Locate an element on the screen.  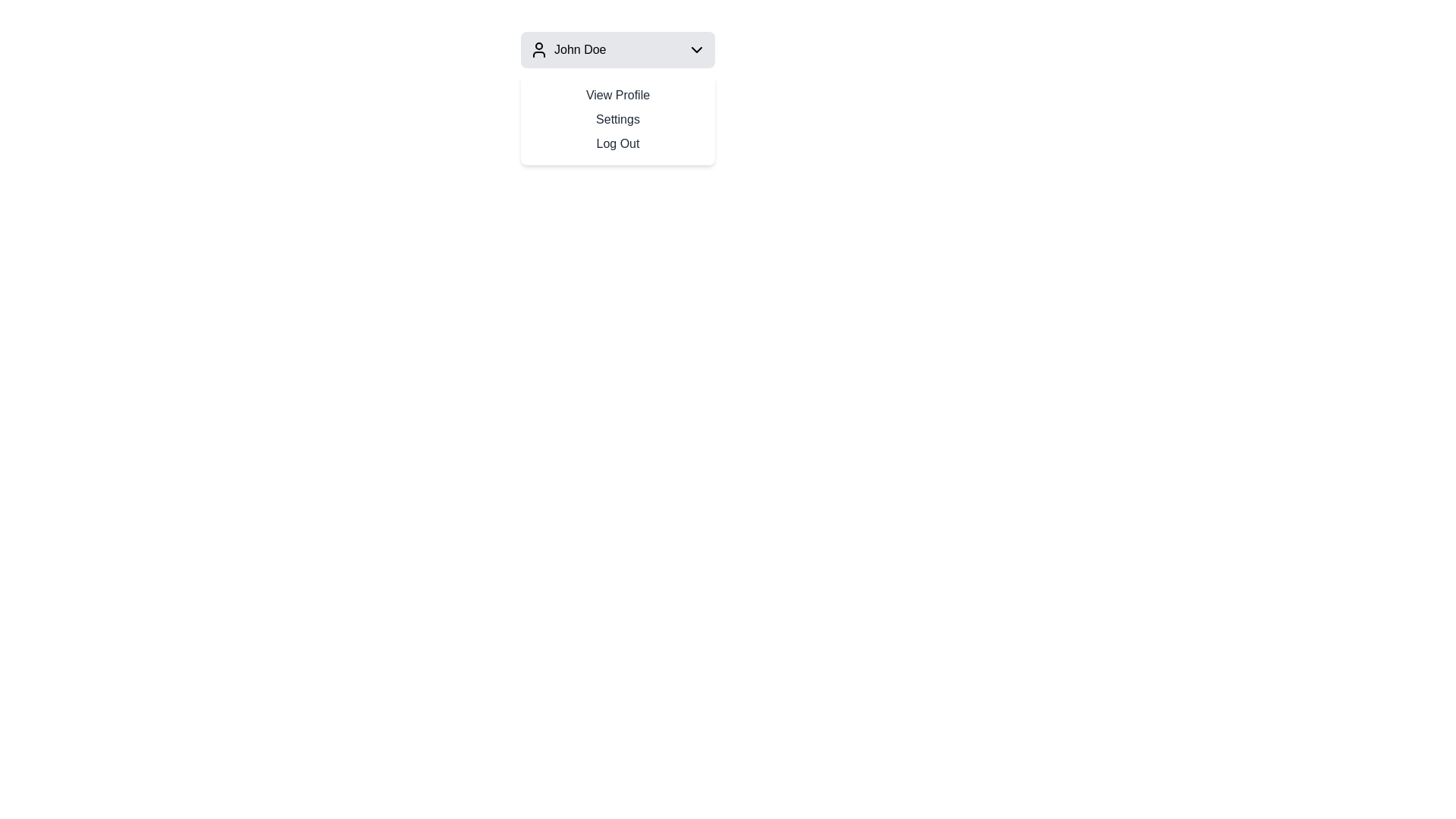
the 'Log Out' text label in the dropdown menu, which is styled with a gray font on a white background and located below 'View Profile' and 'Settings.' is located at coordinates (618, 143).